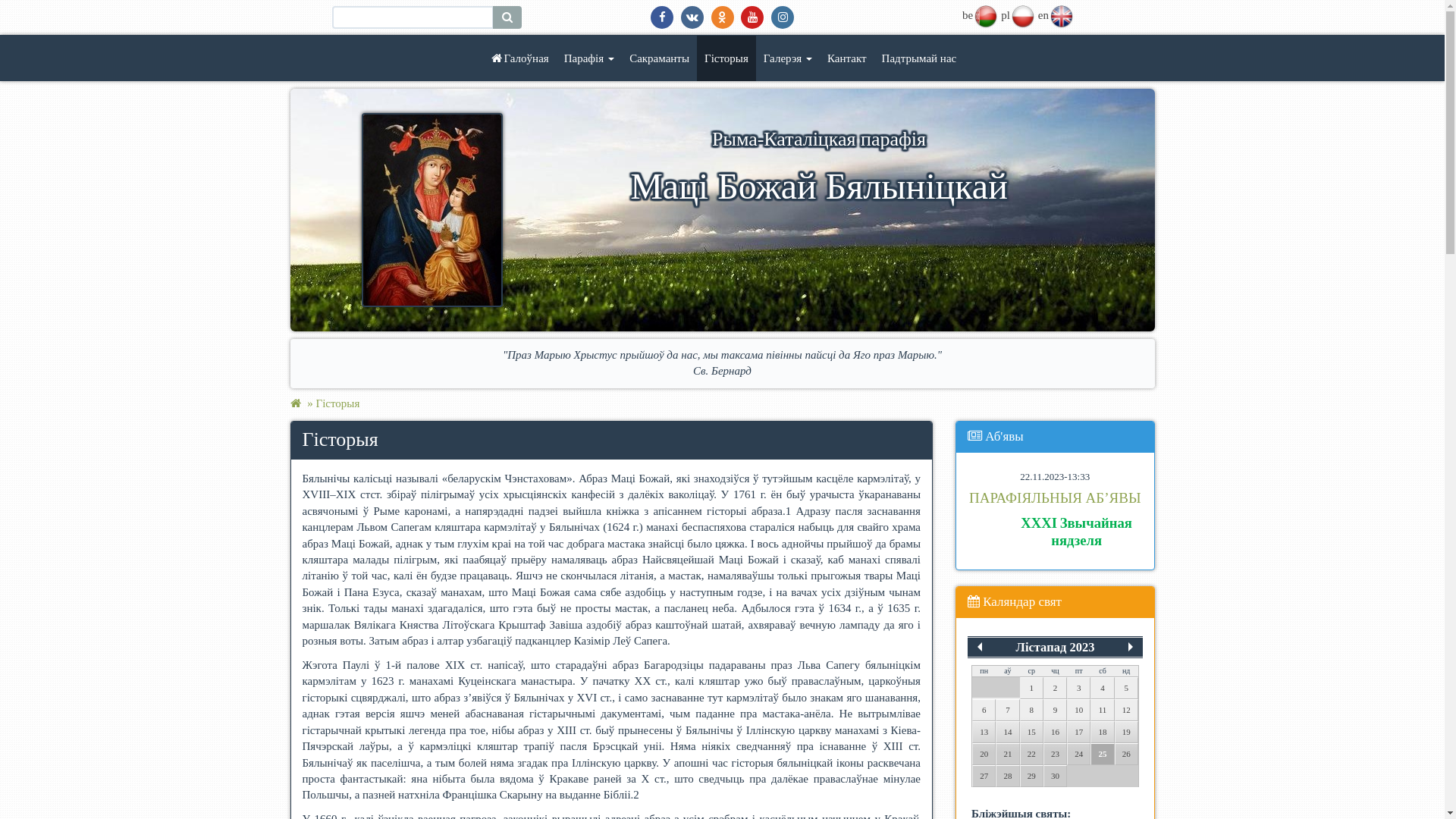 The width and height of the screenshot is (1456, 819). I want to click on '4', so click(1102, 688).